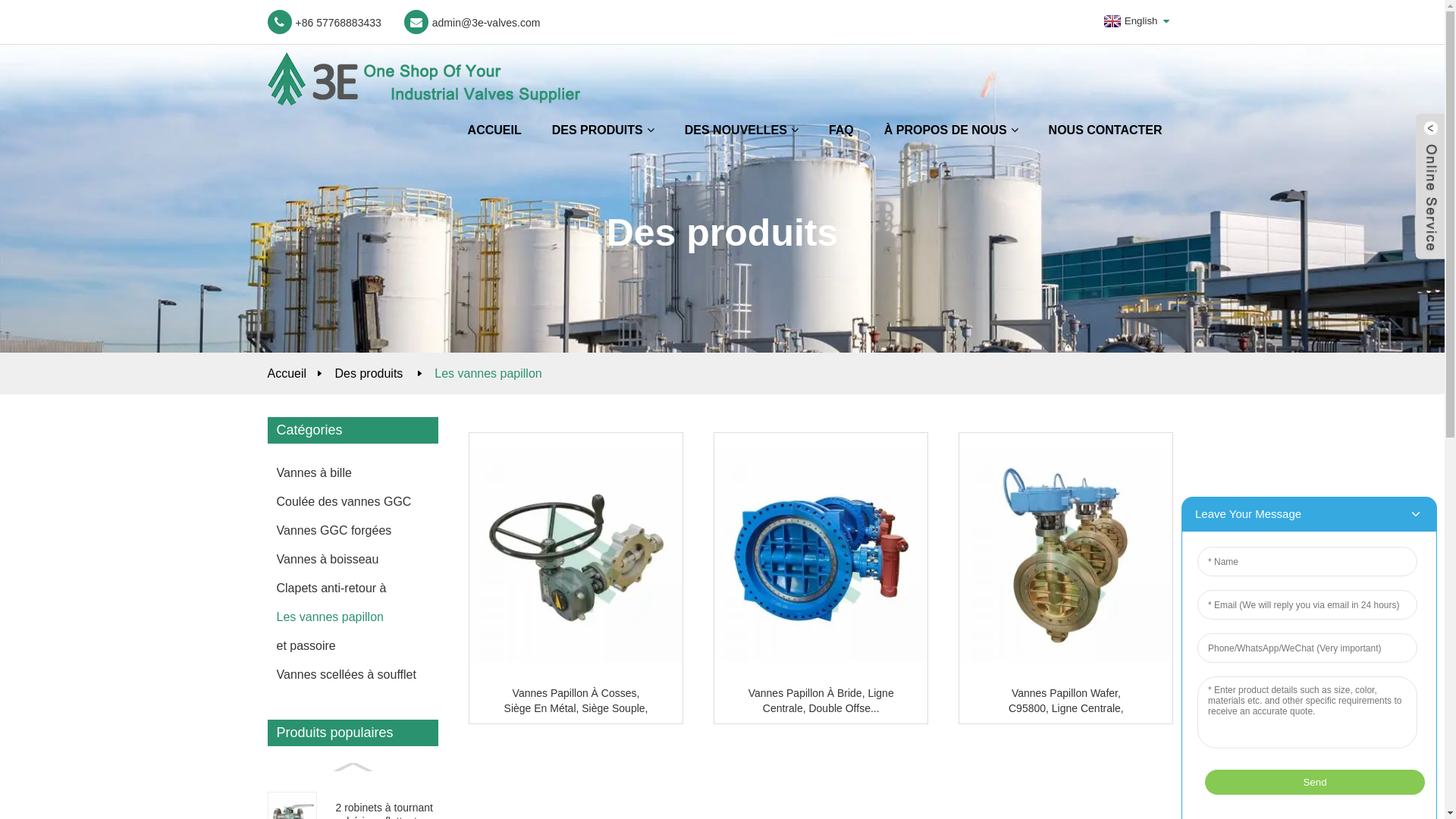 The image size is (1456, 819). What do you see at coordinates (348, 646) in the screenshot?
I see `'et passoire'` at bounding box center [348, 646].